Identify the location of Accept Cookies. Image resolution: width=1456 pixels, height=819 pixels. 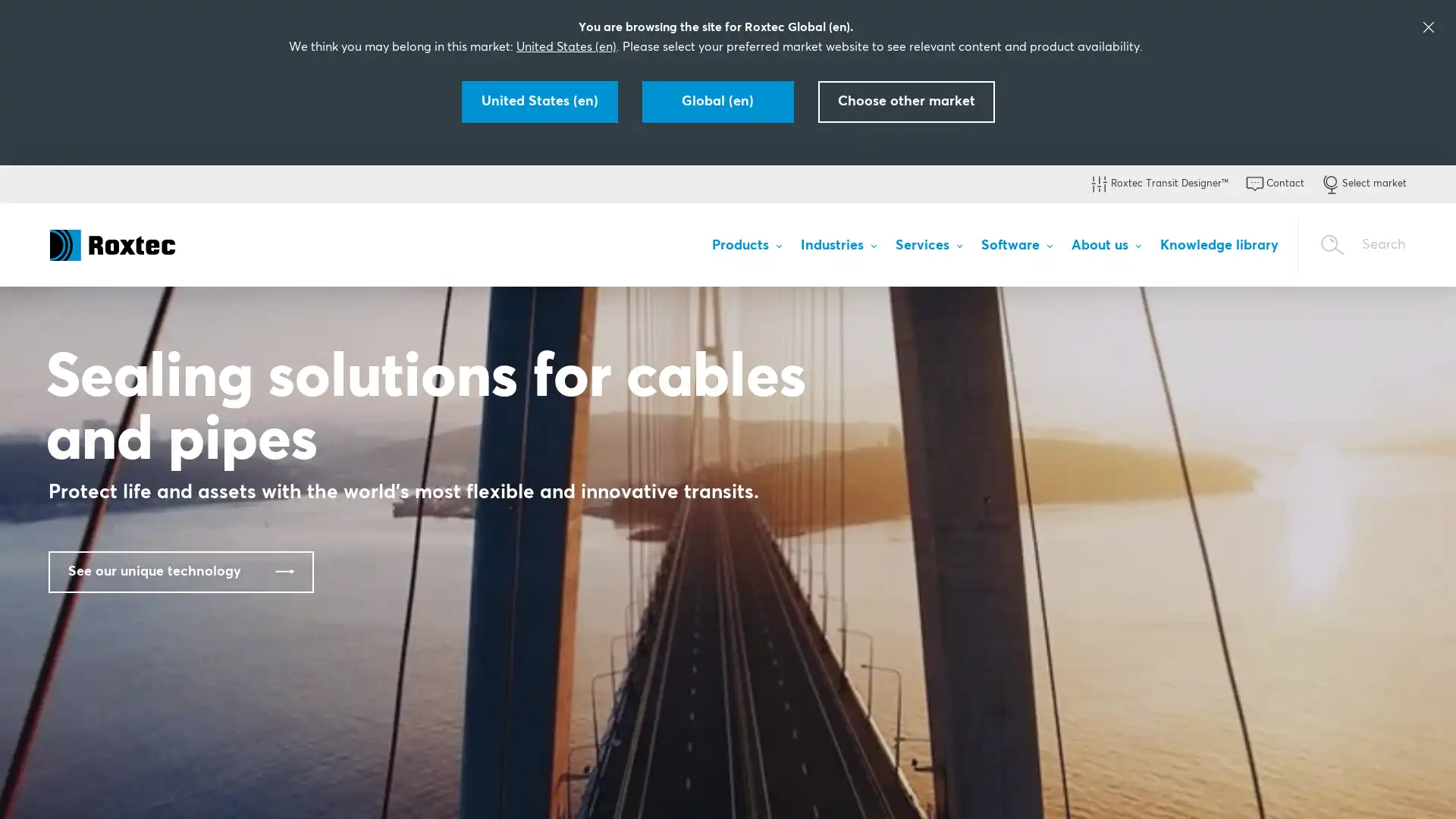
(1208, 786).